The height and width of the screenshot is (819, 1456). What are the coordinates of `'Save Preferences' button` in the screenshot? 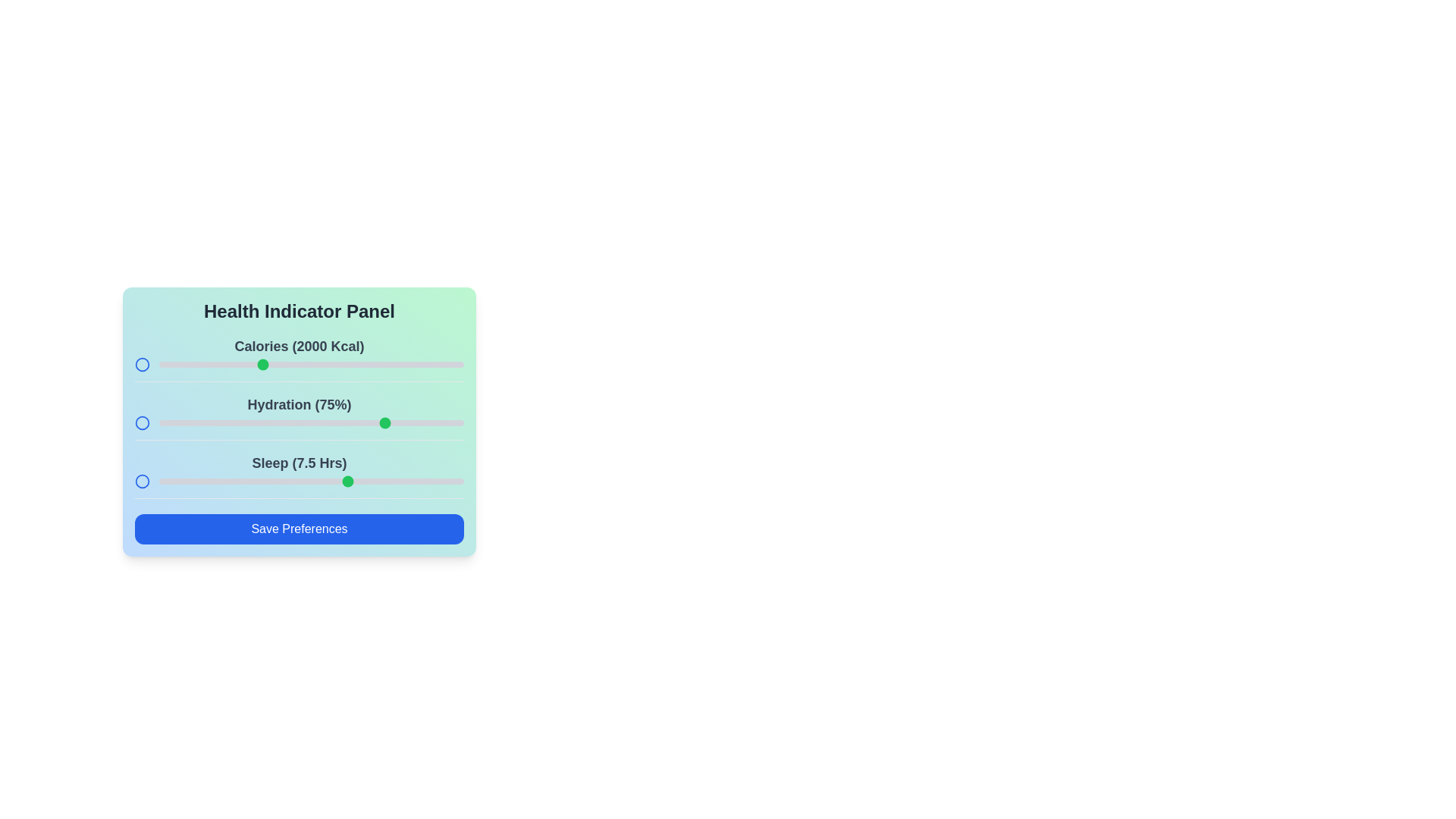 It's located at (299, 529).